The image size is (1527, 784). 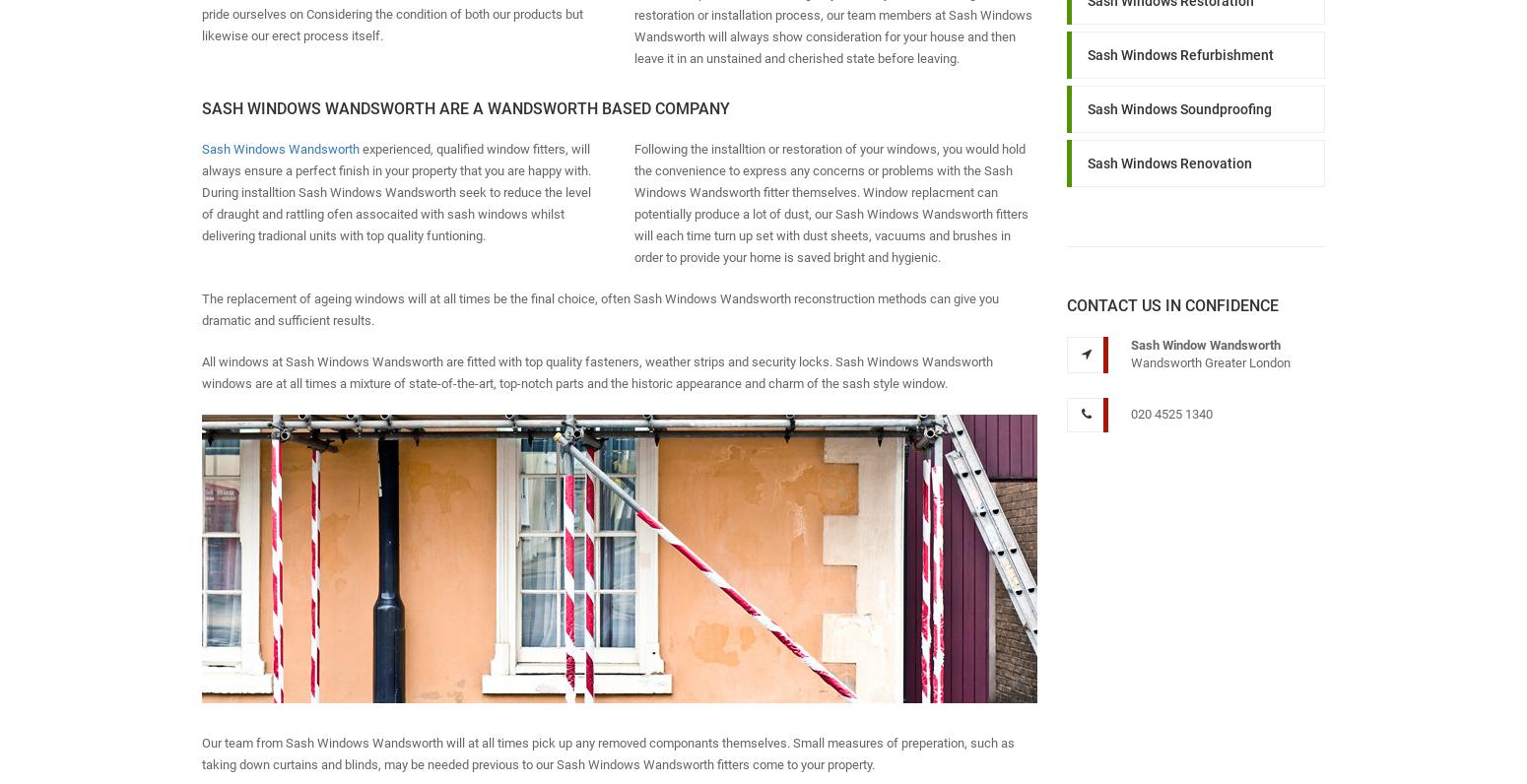 What do you see at coordinates (1210, 362) in the screenshot?
I see `'Wandsworth Greater London'` at bounding box center [1210, 362].